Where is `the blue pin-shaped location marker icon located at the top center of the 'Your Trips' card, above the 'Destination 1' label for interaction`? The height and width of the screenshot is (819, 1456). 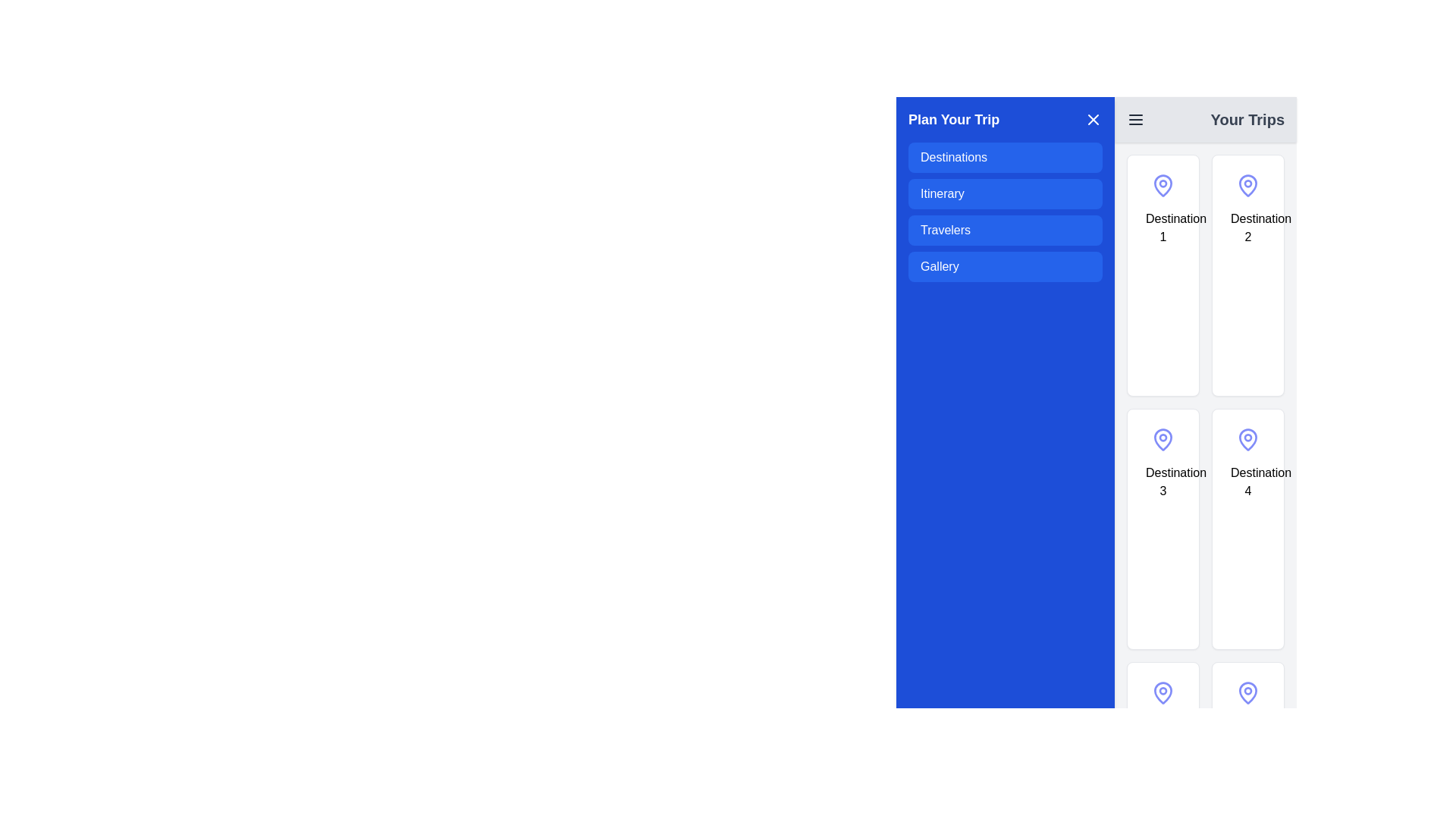 the blue pin-shaped location marker icon located at the top center of the 'Your Trips' card, above the 'Destination 1' label for interaction is located at coordinates (1163, 184).